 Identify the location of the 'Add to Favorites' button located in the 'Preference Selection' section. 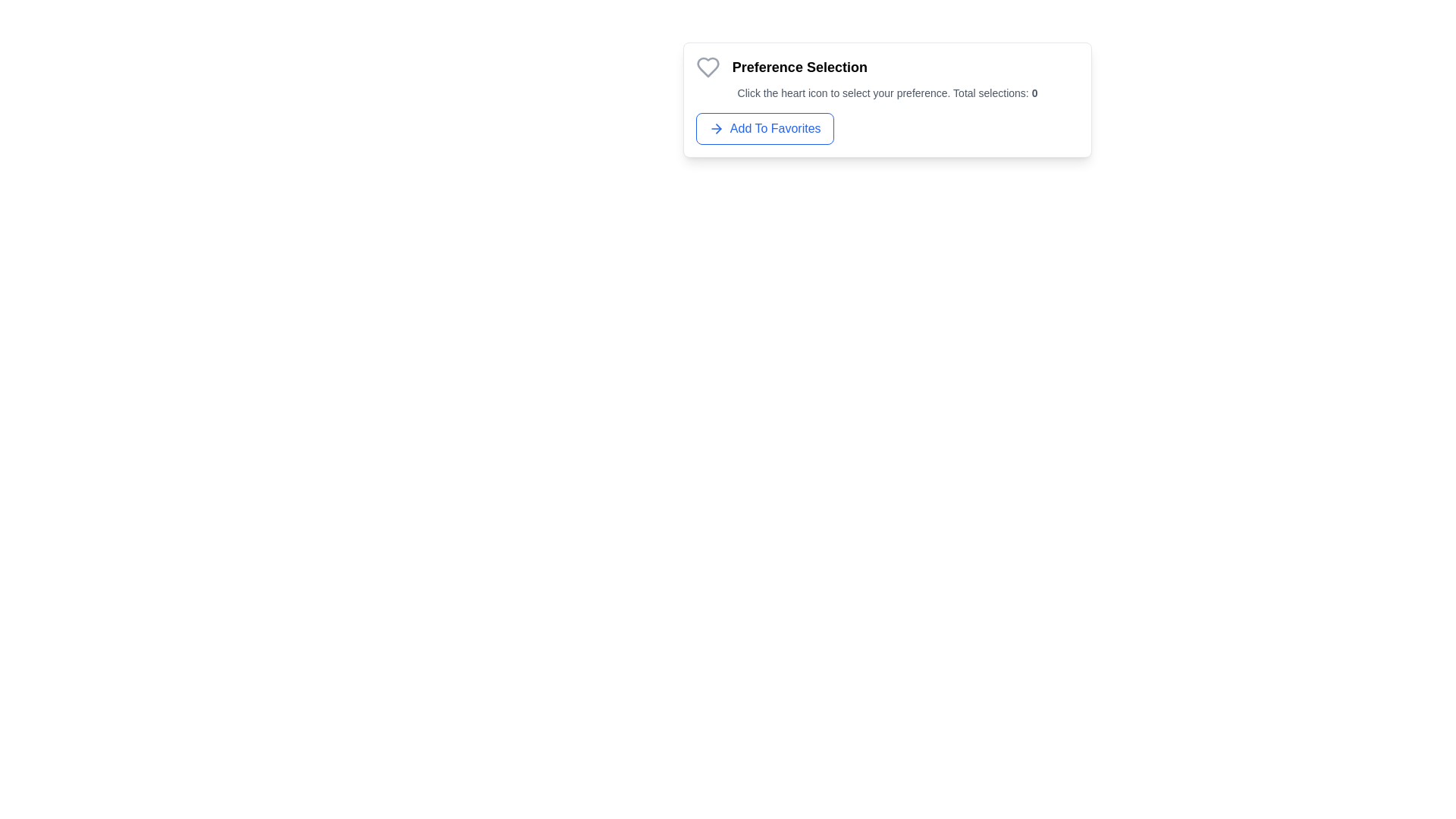
(764, 127).